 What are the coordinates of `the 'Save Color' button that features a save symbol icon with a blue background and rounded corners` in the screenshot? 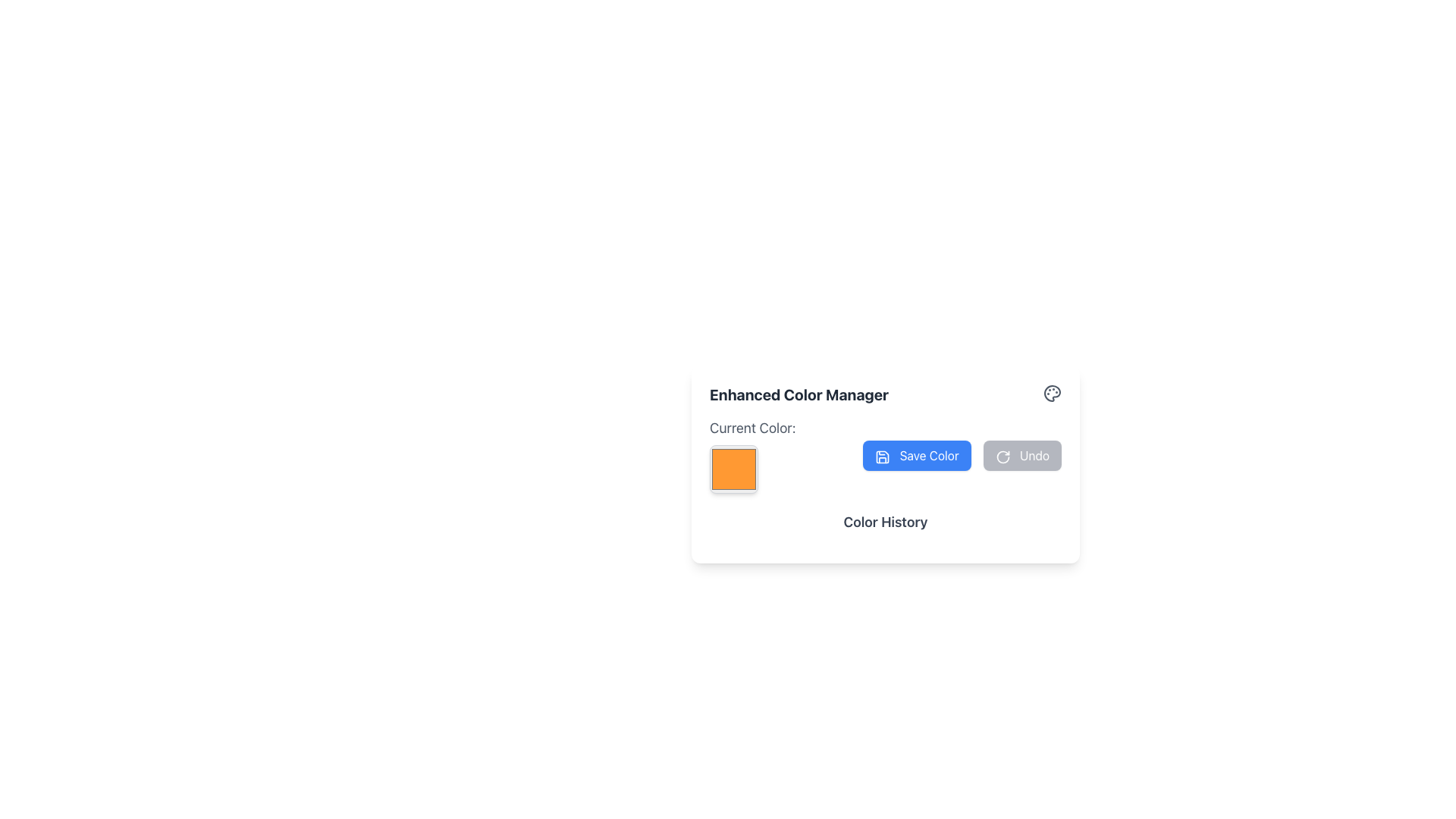 It's located at (883, 456).